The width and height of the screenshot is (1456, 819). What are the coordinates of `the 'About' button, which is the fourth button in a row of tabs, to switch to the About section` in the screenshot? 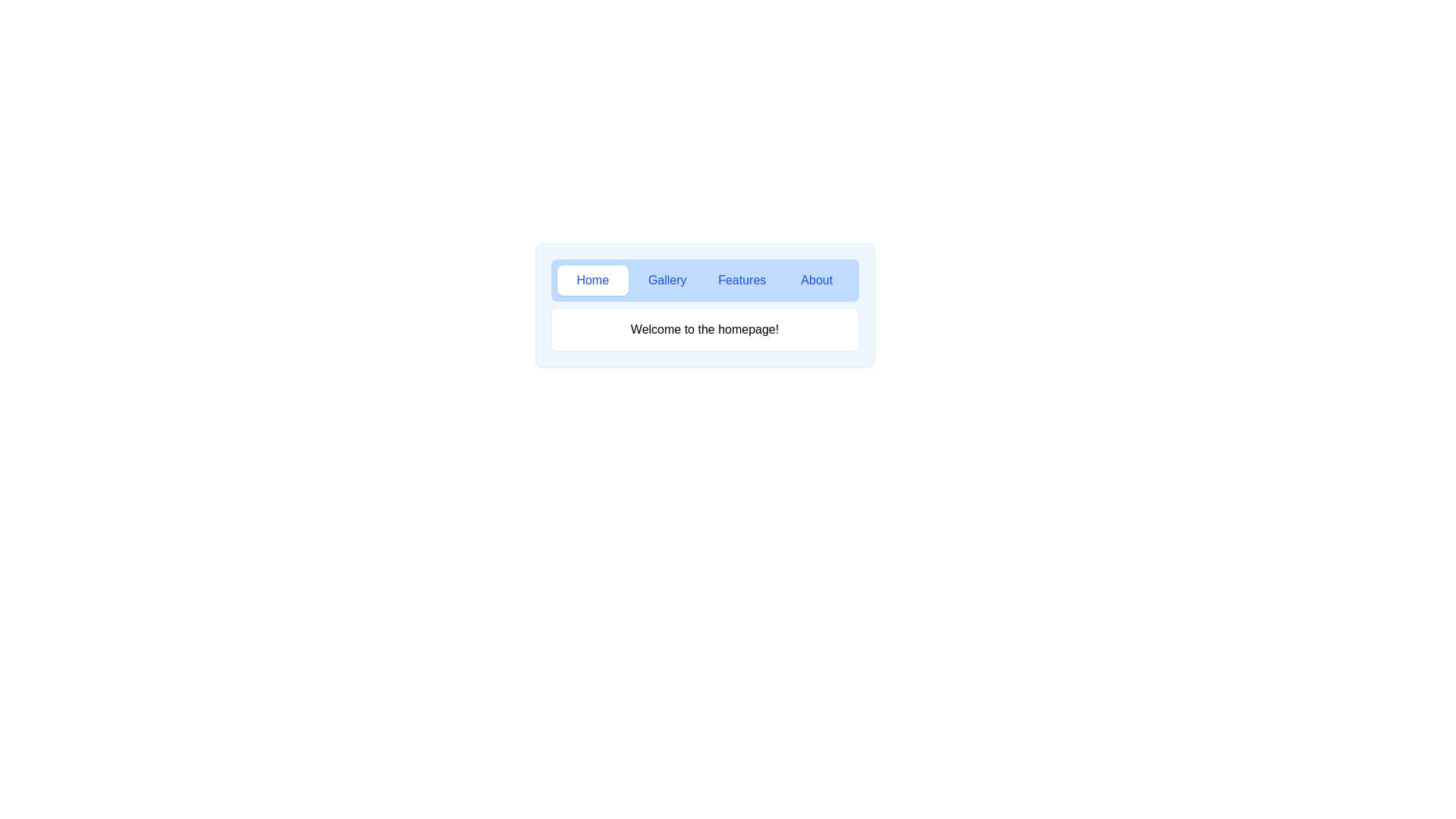 It's located at (816, 281).